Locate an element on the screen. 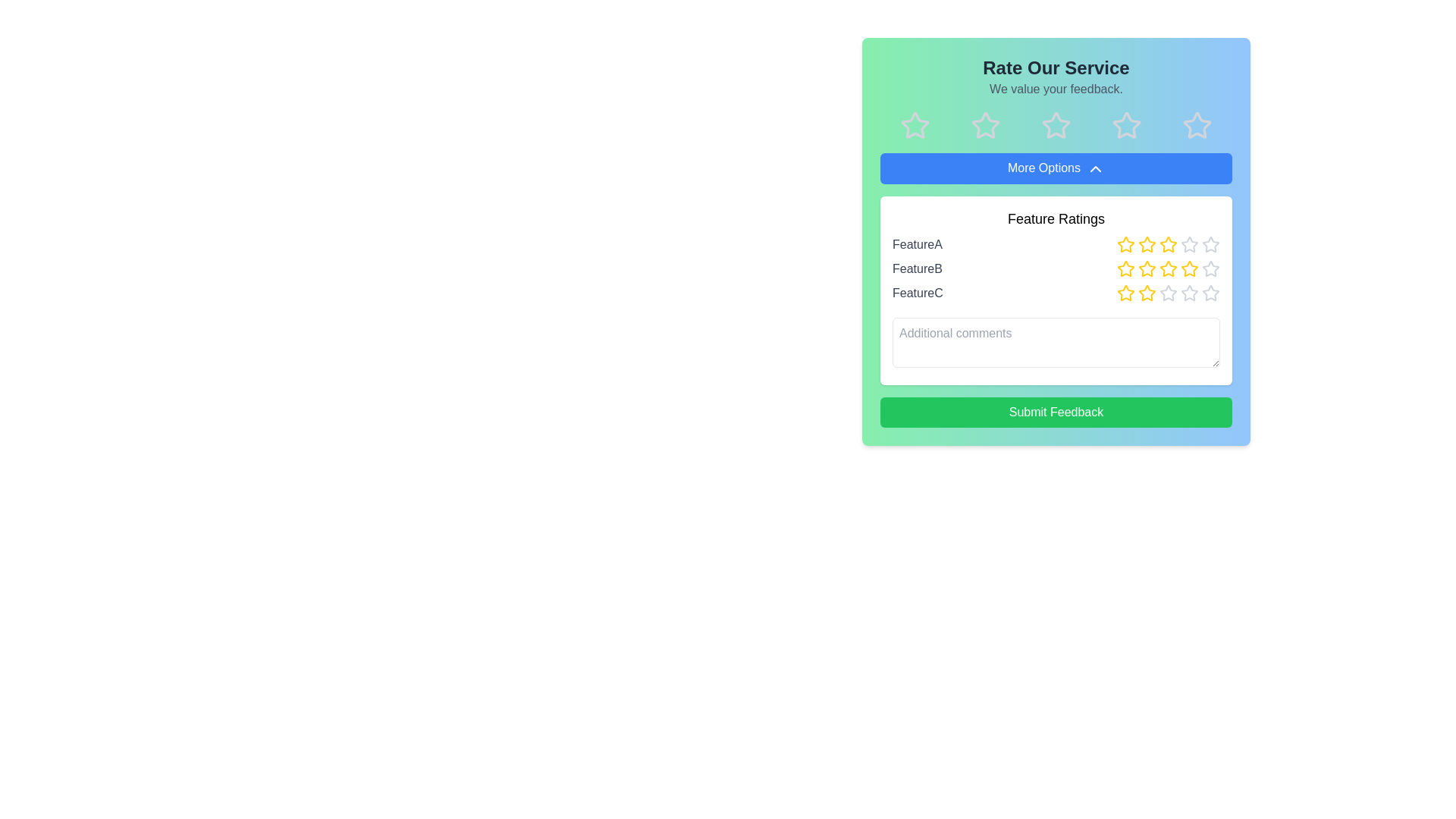 This screenshot has height=819, width=1456. the fourth yellow star icon in the rating system for 'FeatureA', located in the 'Feature Ratings' section is located at coordinates (1167, 243).